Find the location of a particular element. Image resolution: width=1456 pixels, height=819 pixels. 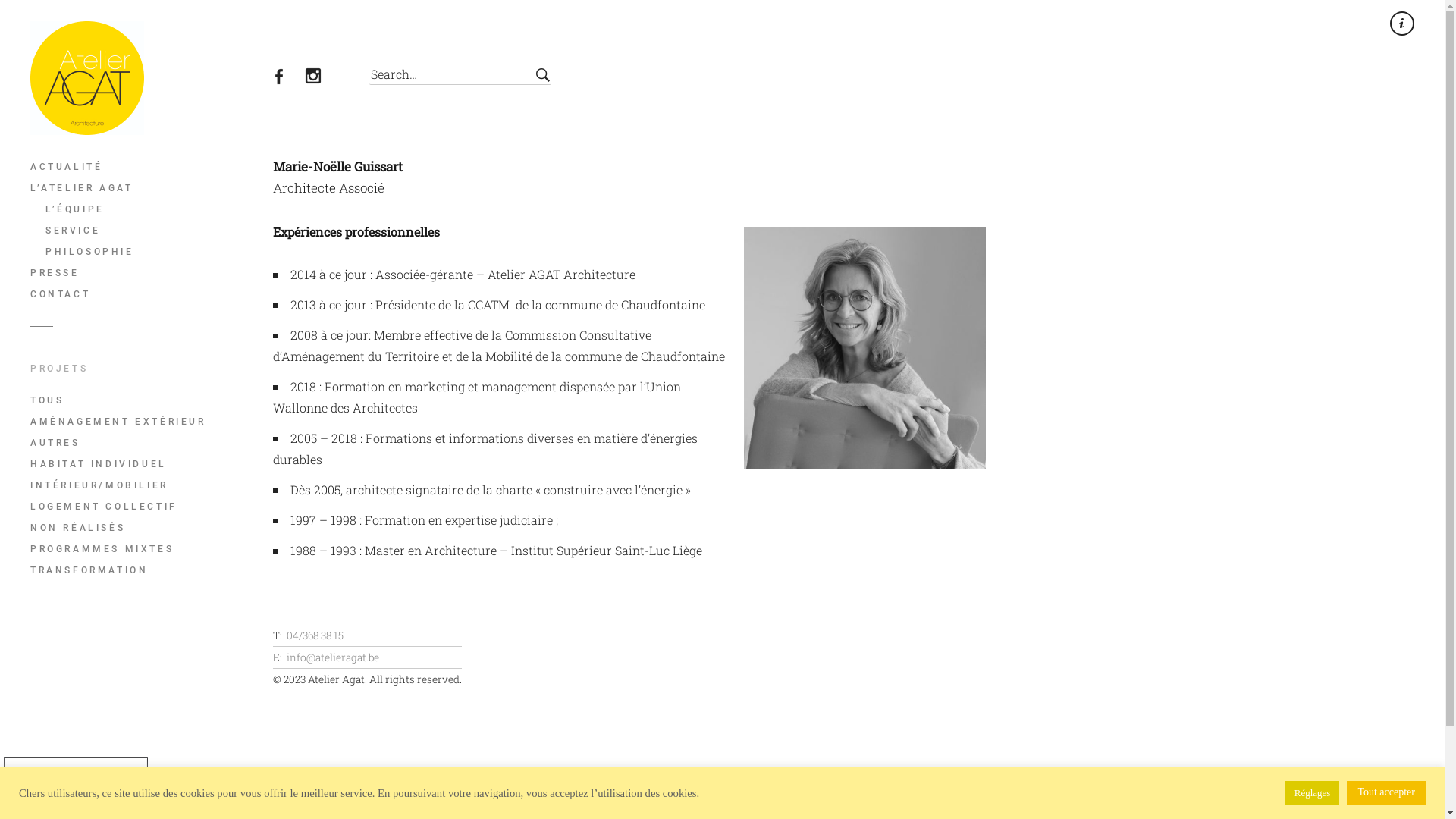

'info@atelieragat.be' is located at coordinates (331, 657).